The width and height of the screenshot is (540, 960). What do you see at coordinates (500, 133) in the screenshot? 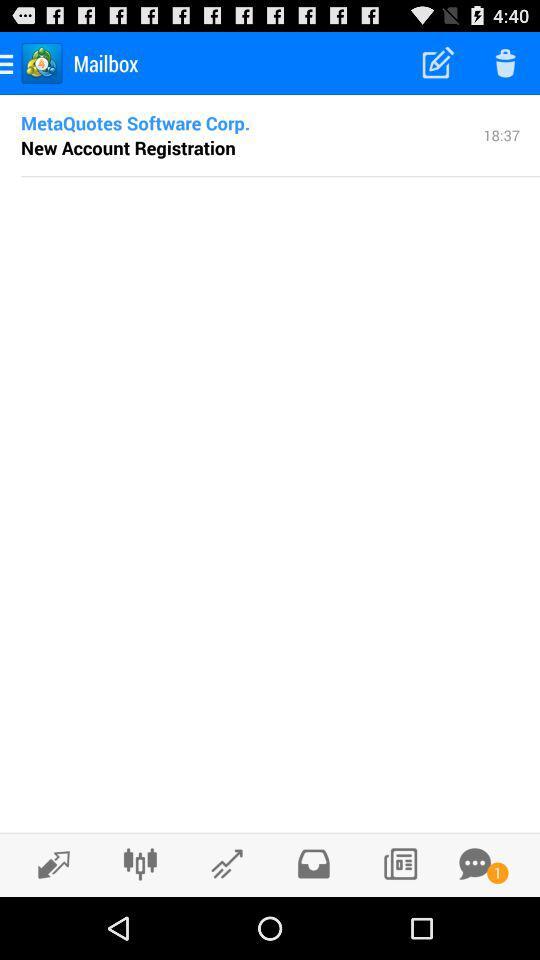
I see `icon next to metaquotes software corp. icon` at bounding box center [500, 133].